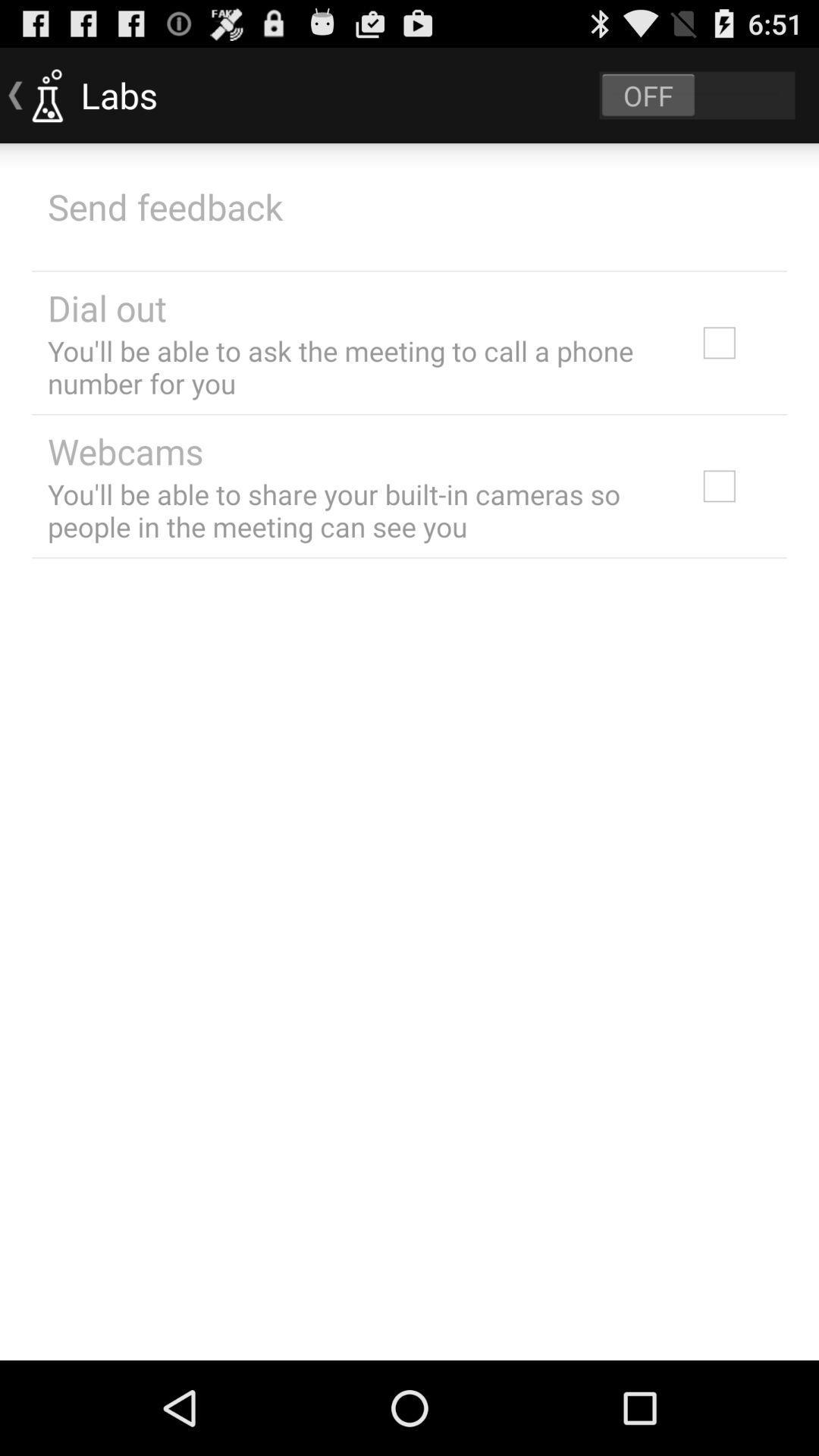 This screenshot has height=1456, width=819. I want to click on the radio button represented to off or on option to particular information, so click(697, 94).